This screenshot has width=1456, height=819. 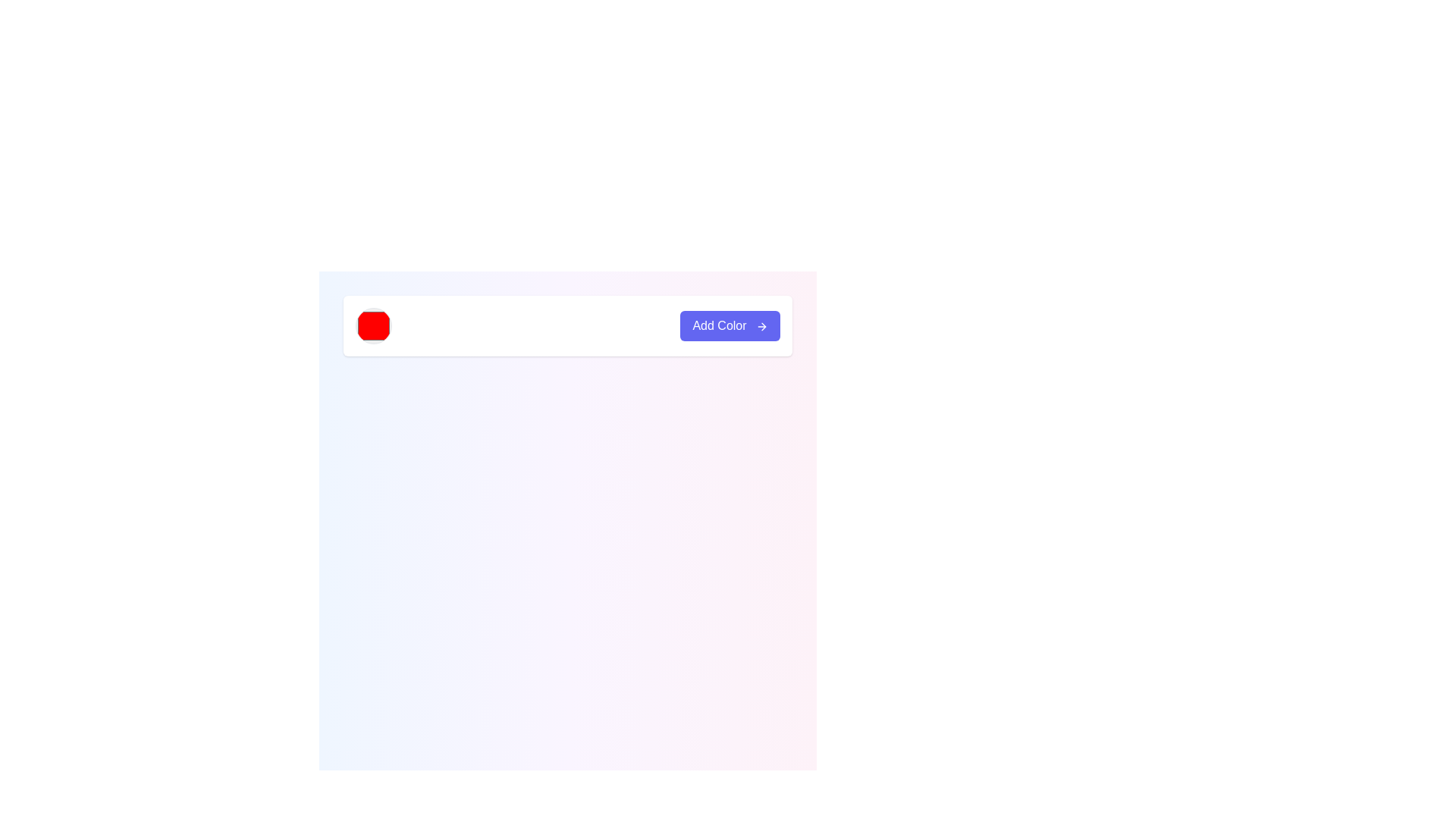 I want to click on the color selector of the composite UI component, which includes a button labeled 'Add Color', so click(x=566, y=334).